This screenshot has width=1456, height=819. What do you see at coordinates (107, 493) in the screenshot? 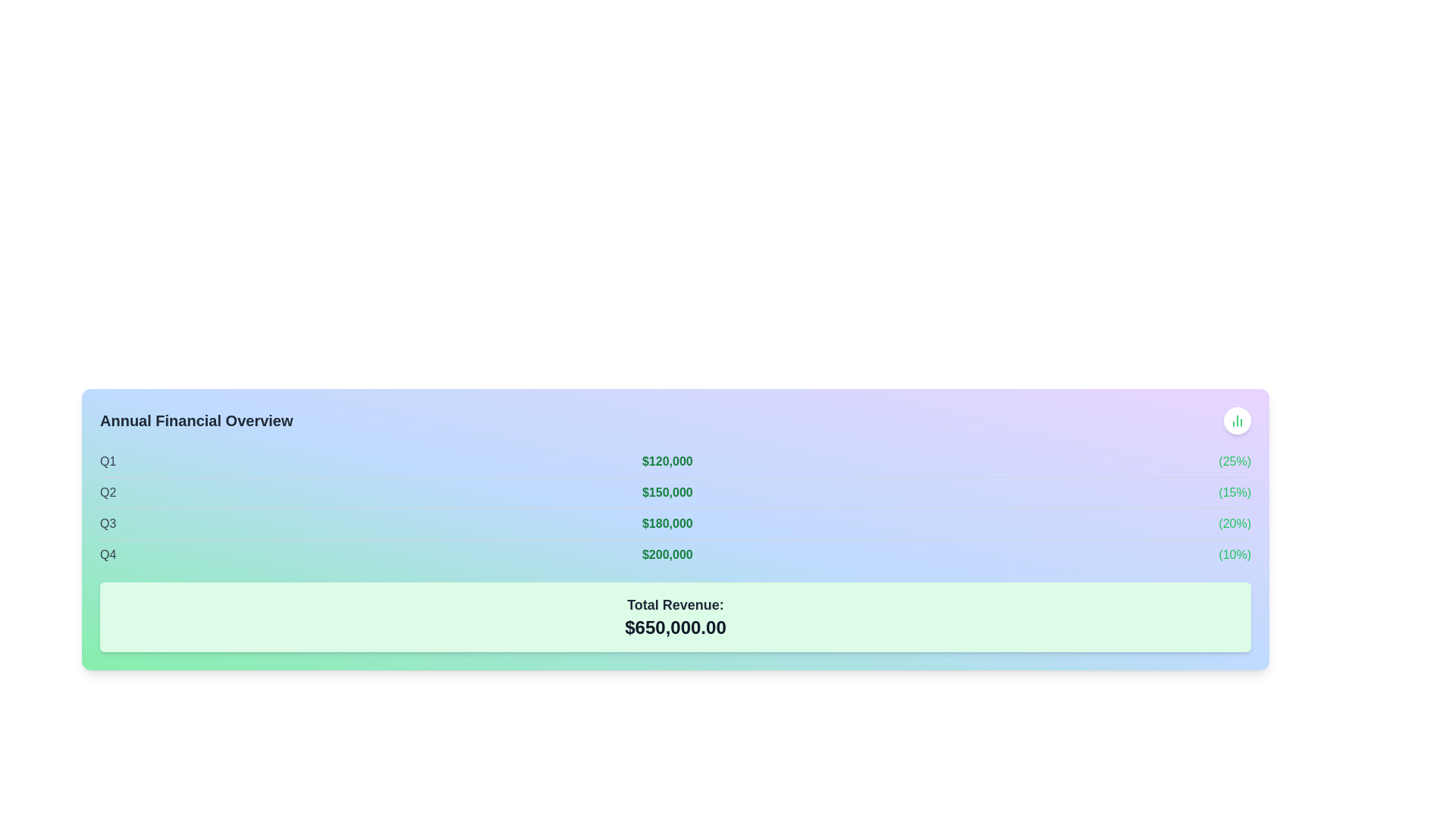
I see `the label indicating the second quarter (Q2) in the financial overview section, which is positioned to the left of the '$150,000' and '(15%)' entries` at bounding box center [107, 493].